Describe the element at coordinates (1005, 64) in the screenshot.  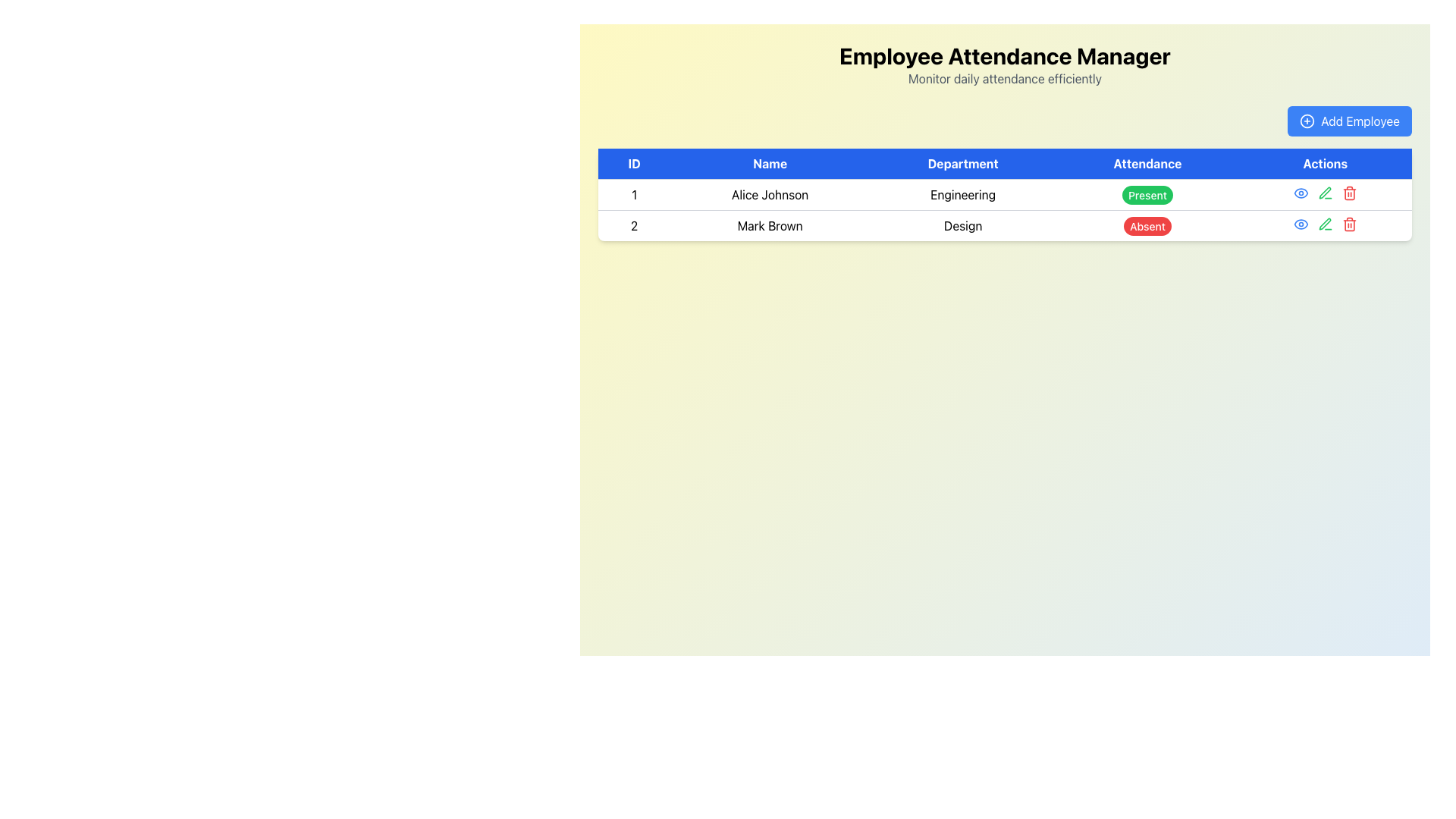
I see `the Typography element that serves as the title and subtitle for the interface, located at the top of the page and positioned centrally, directly above the 'Add Employee' button` at that location.